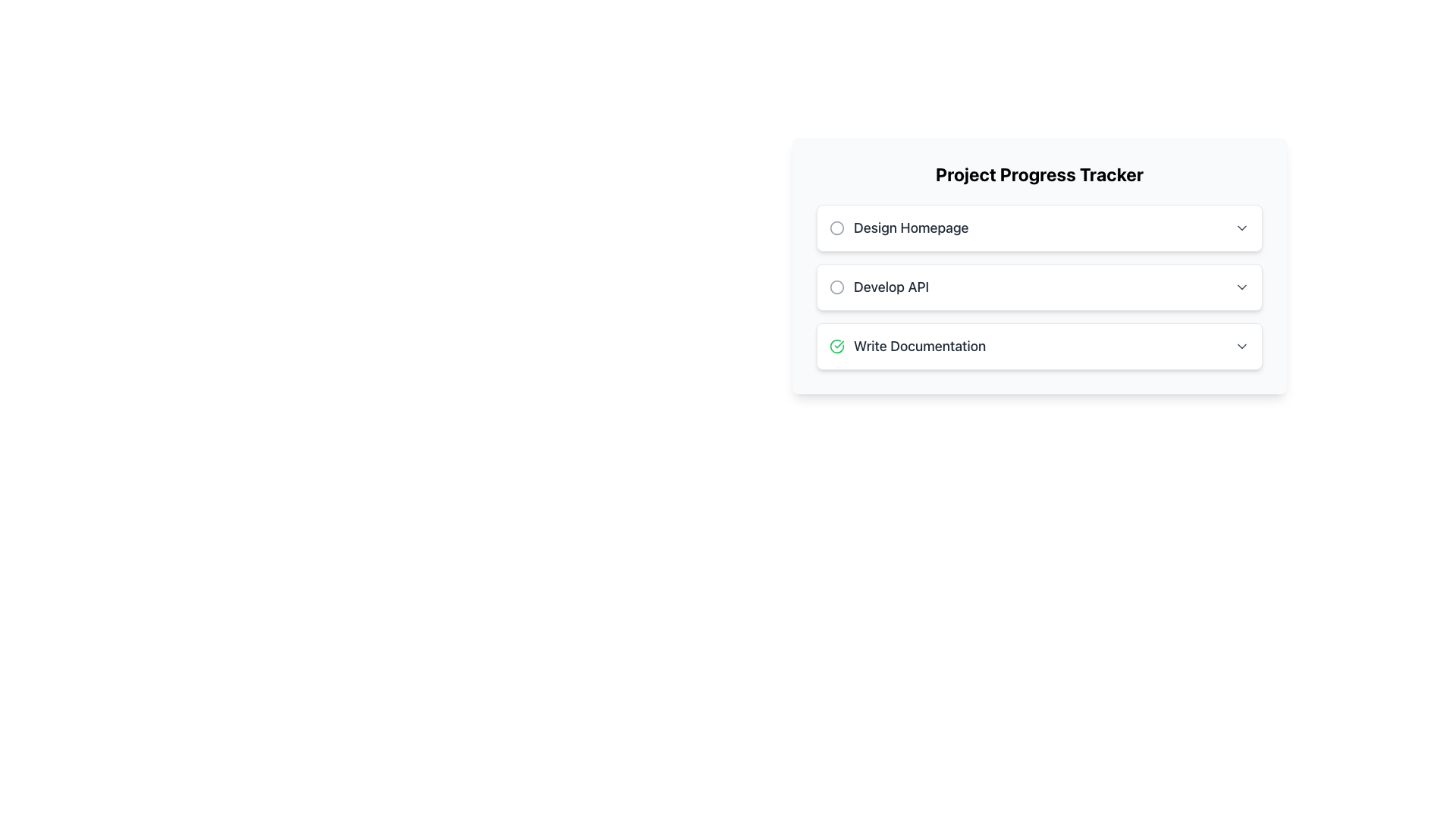  What do you see at coordinates (1039, 287) in the screenshot?
I see `the second task item labeled 'Develop API' in the project progress tracker` at bounding box center [1039, 287].